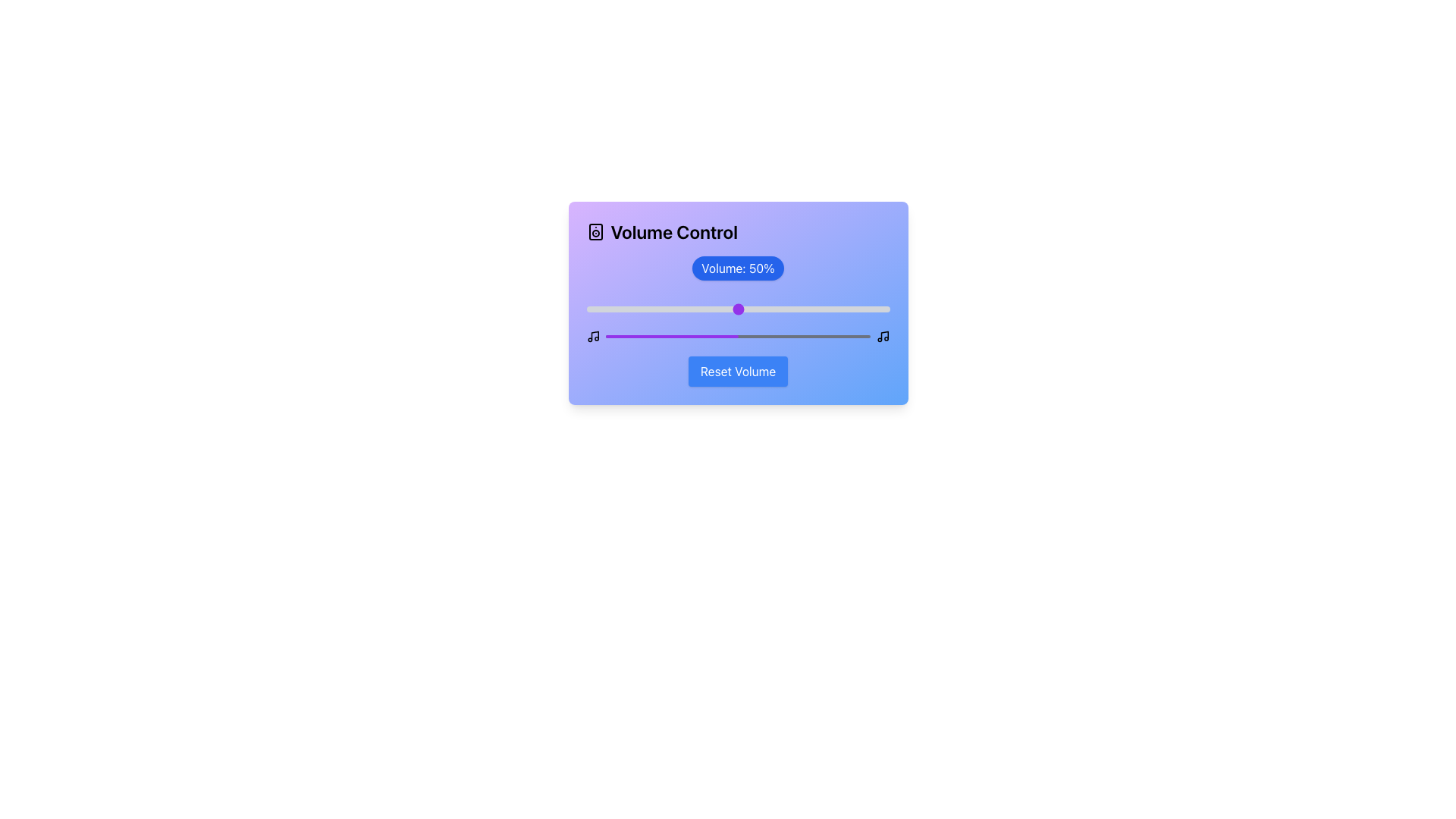 This screenshot has height=819, width=1456. What do you see at coordinates (613, 335) in the screenshot?
I see `the volume` at bounding box center [613, 335].